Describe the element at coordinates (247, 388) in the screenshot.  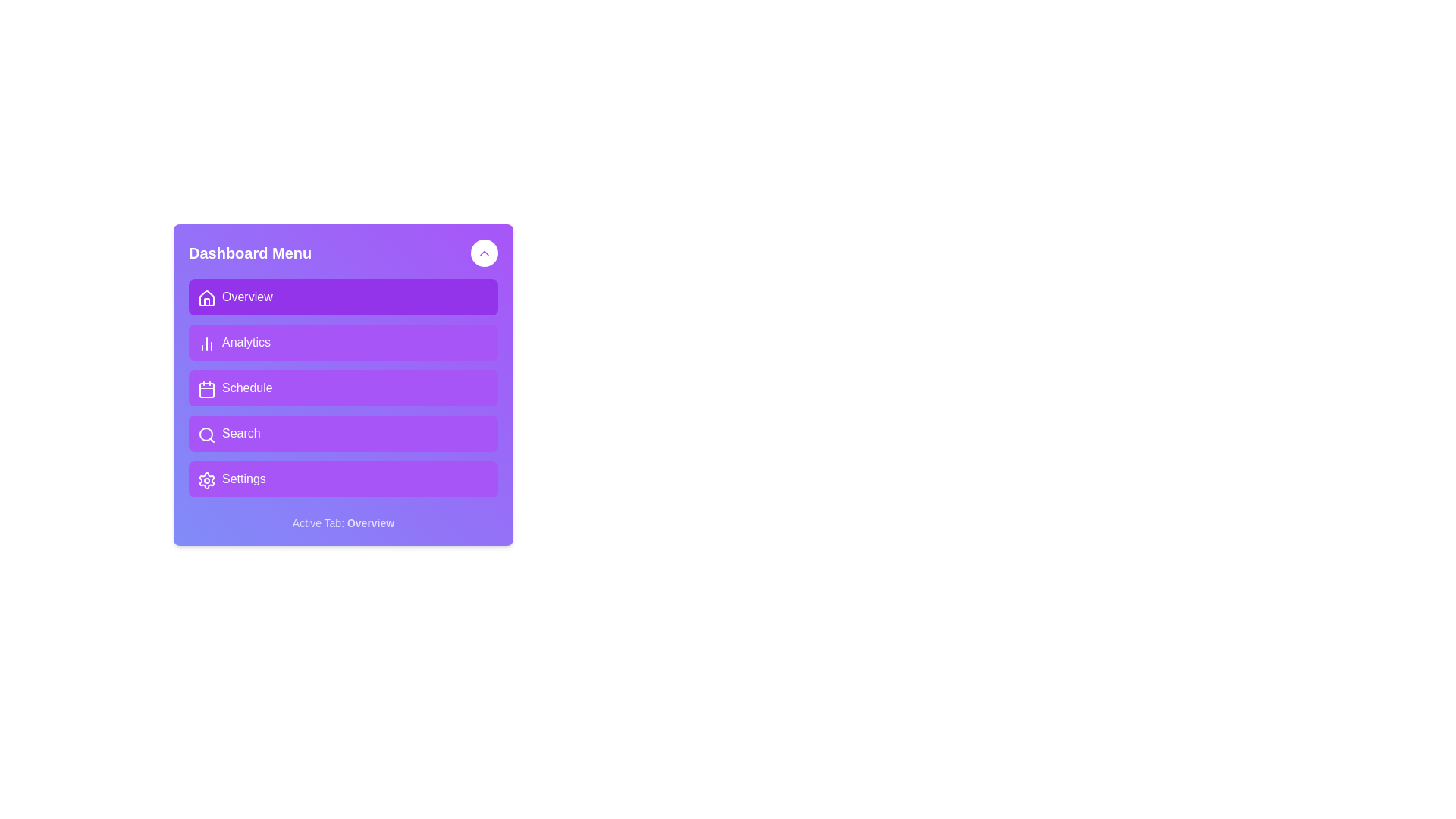
I see `text of the 'Schedule' label located in the navigation menu under the 'Dashboard Menu' heading, which is the third item in the vertical list of menu options` at that location.